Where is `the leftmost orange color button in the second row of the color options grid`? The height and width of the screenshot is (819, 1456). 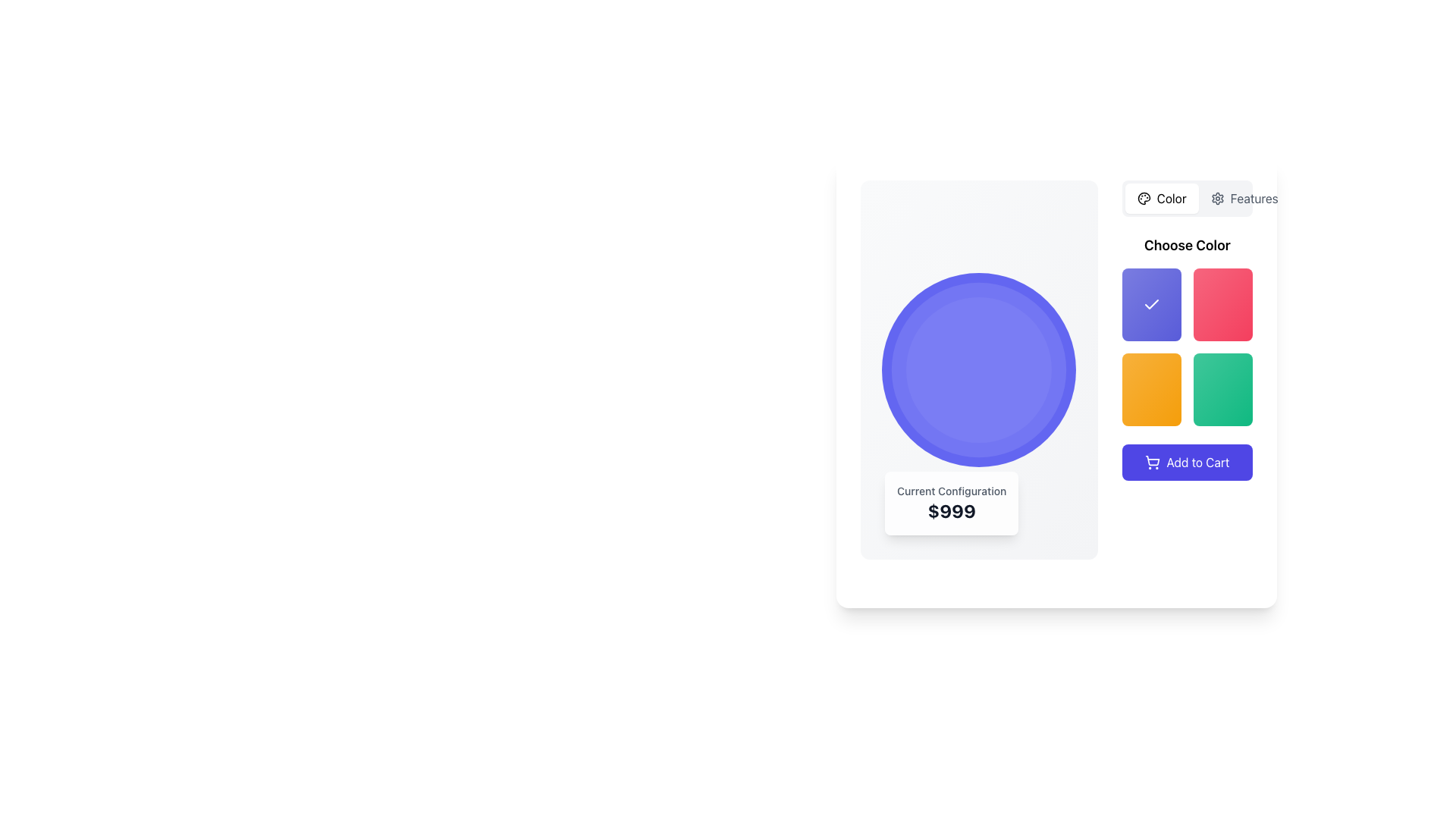 the leftmost orange color button in the second row of the color options grid is located at coordinates (1186, 370).